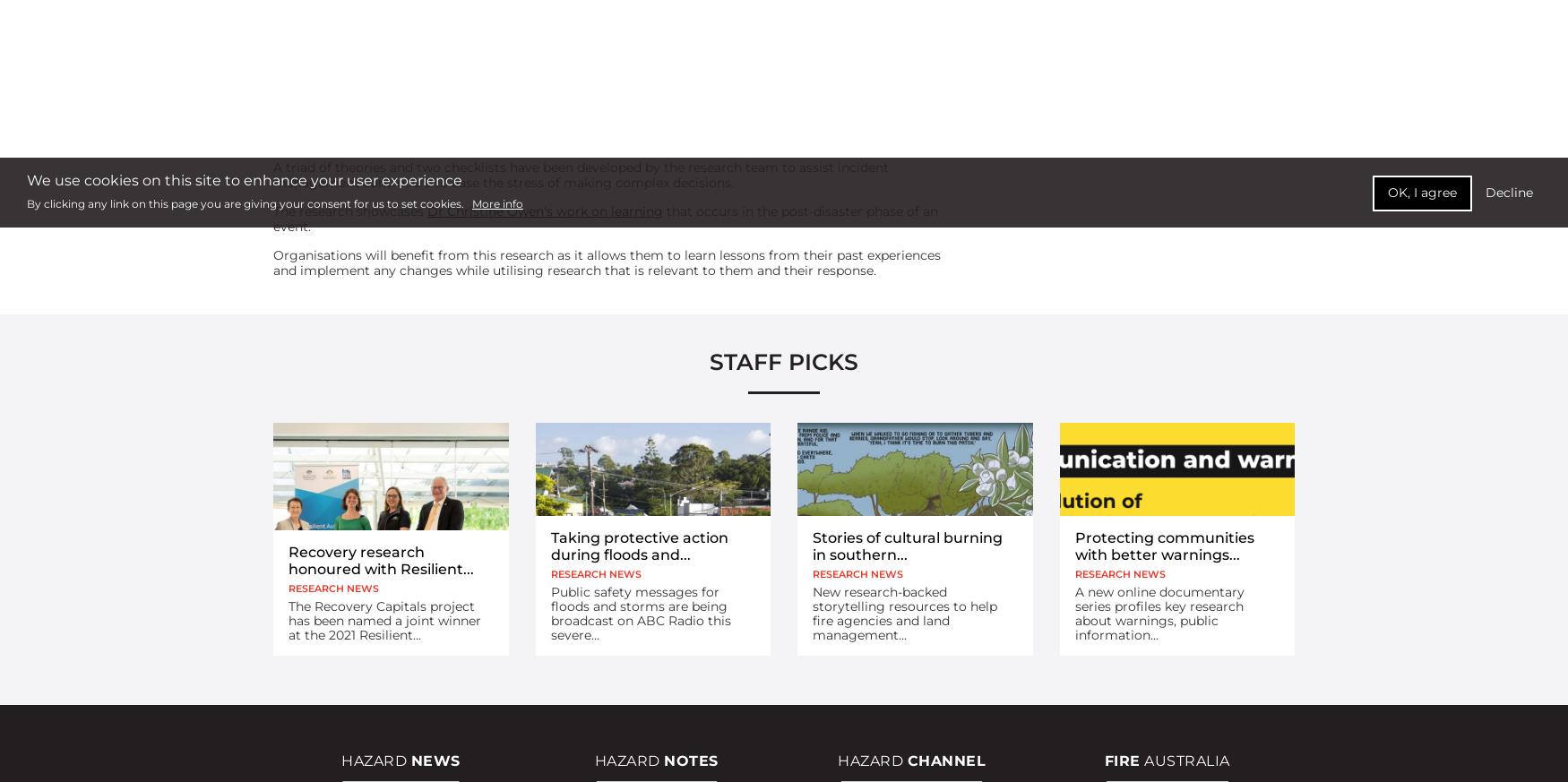  Describe the element at coordinates (1184, 761) in the screenshot. I see `'Australia'` at that location.